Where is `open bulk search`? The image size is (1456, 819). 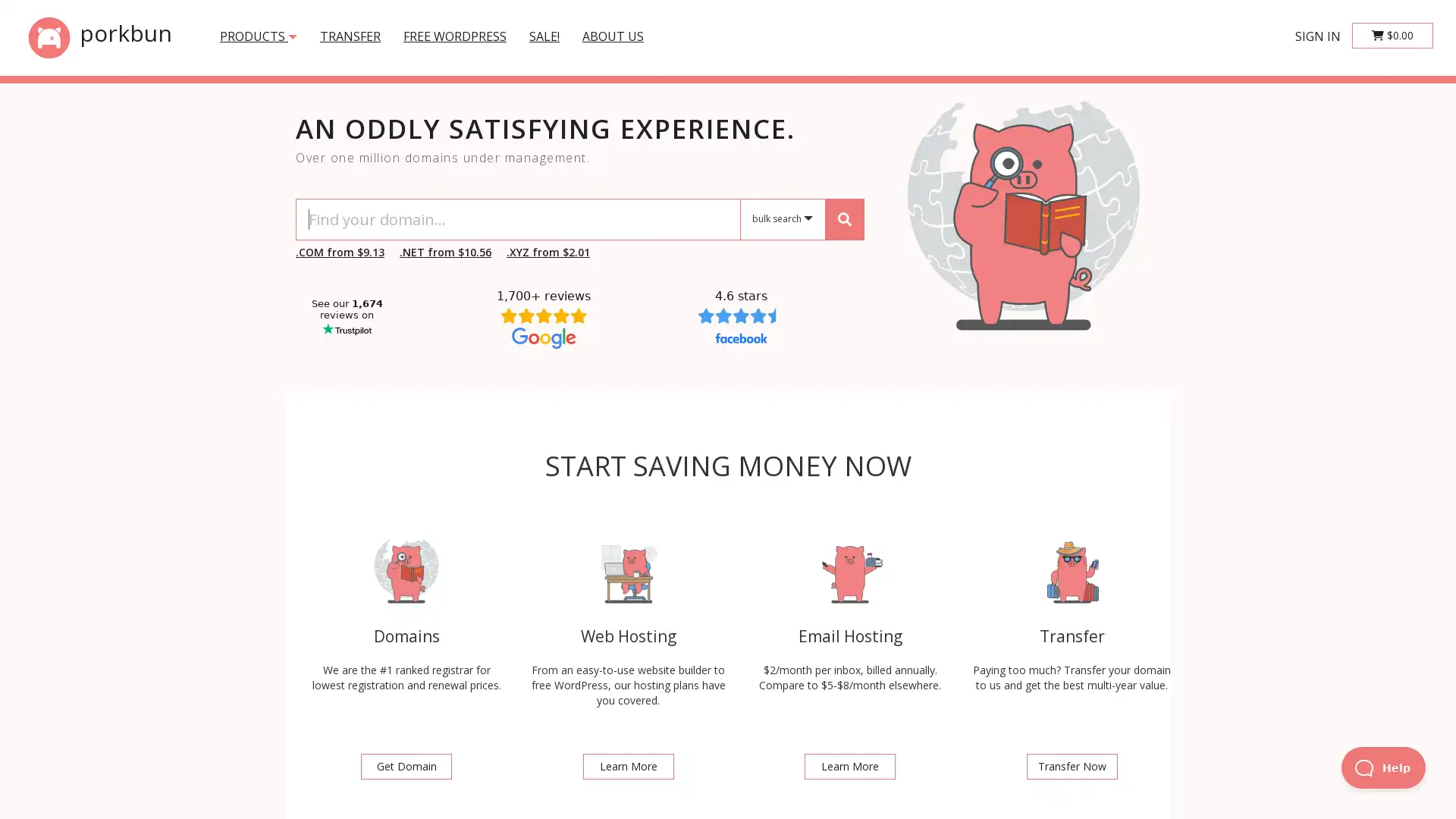 open bulk search is located at coordinates (783, 219).